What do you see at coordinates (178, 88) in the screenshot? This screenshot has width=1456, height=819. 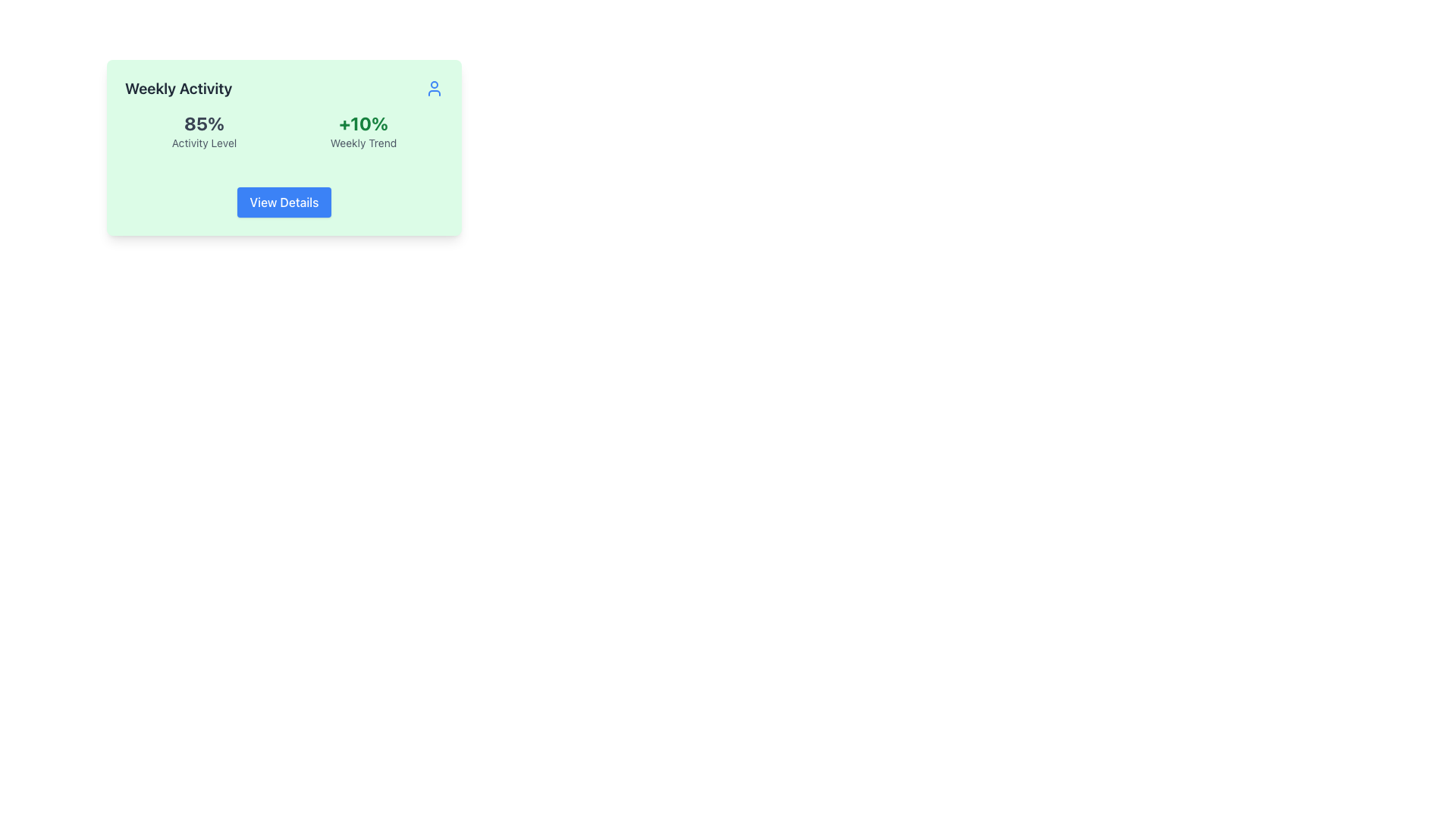 I see `text displayed as 'Weekly Activity', which is a large, bold heading in dark gray color located at the top-left corner of a light green card-like section` at bounding box center [178, 88].